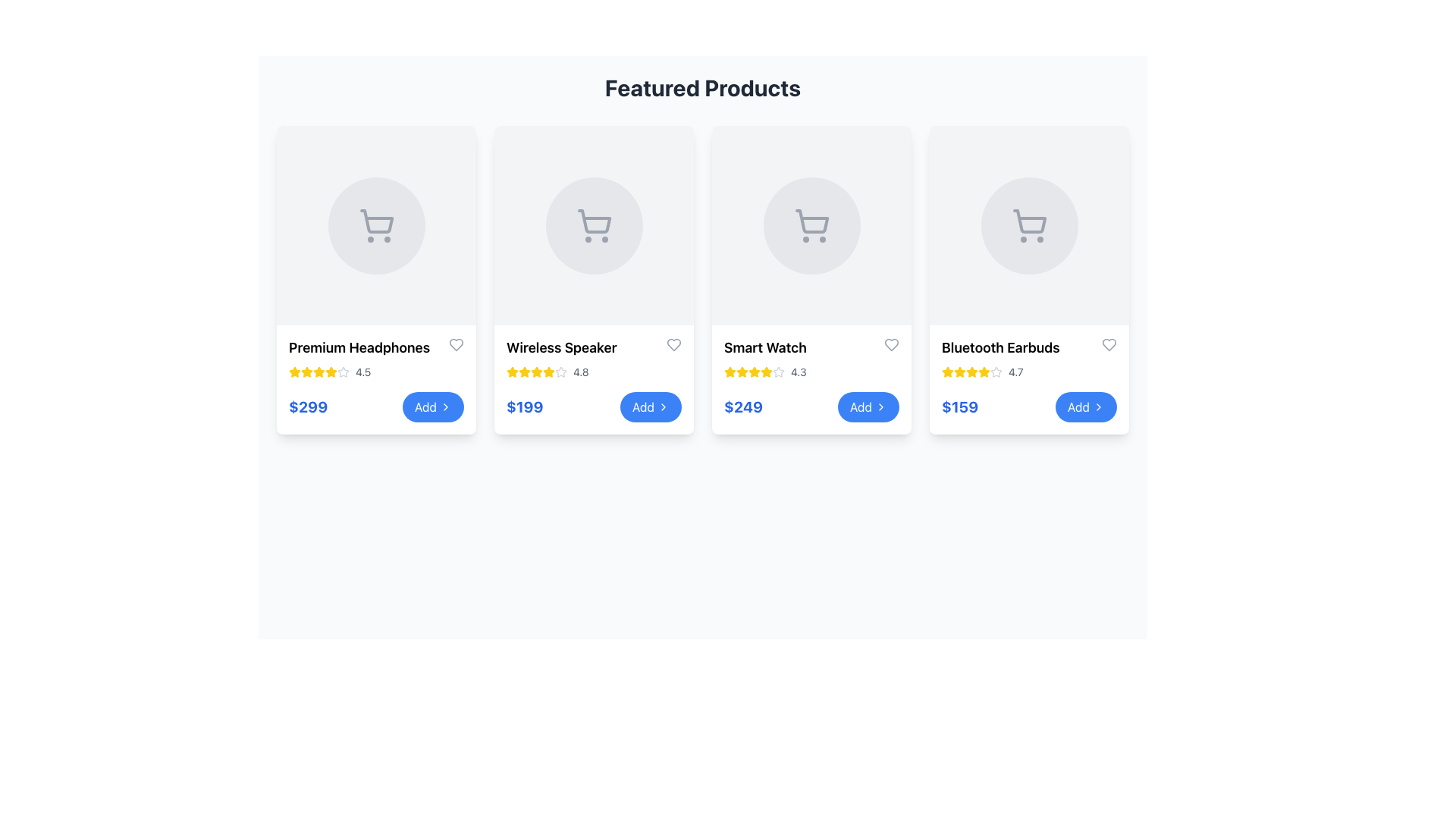  I want to click on the rating icon in the 'Wireless Speaker' product card, located near the numeric rating value '4.8', so click(537, 372).